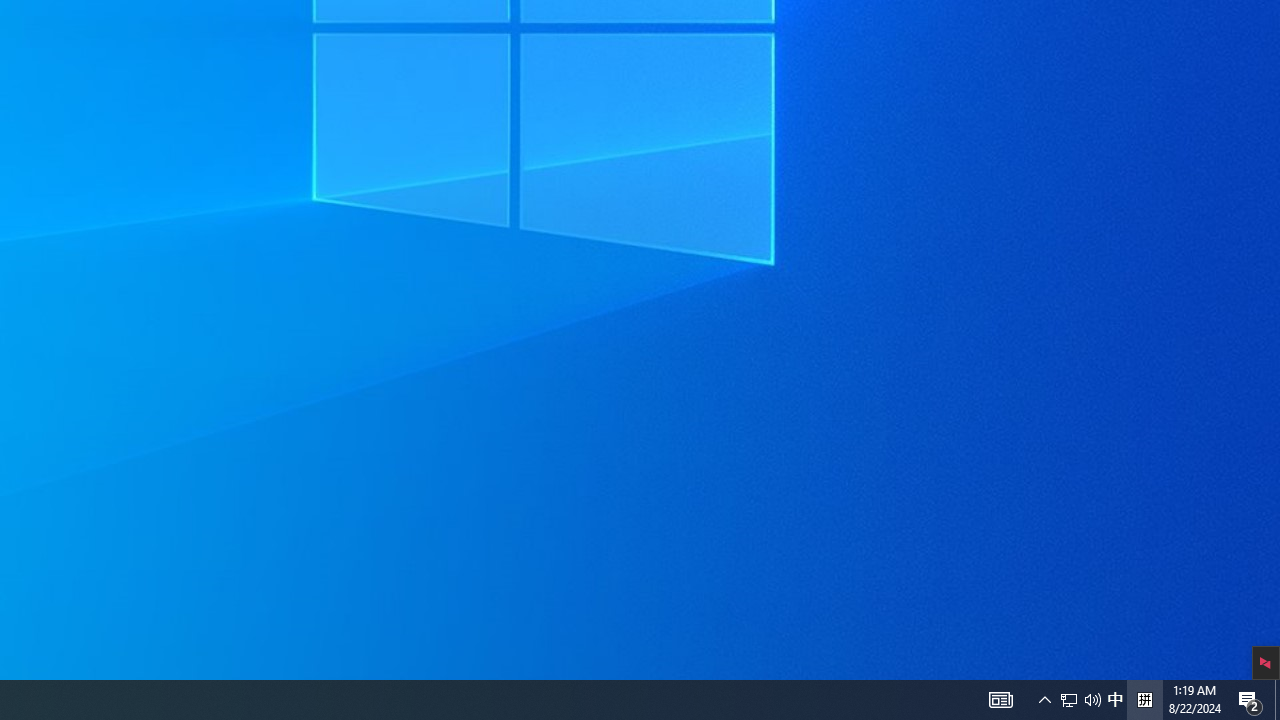 This screenshot has height=720, width=1280. What do you see at coordinates (1276, 698) in the screenshot?
I see `'Show desktop'` at bounding box center [1276, 698].